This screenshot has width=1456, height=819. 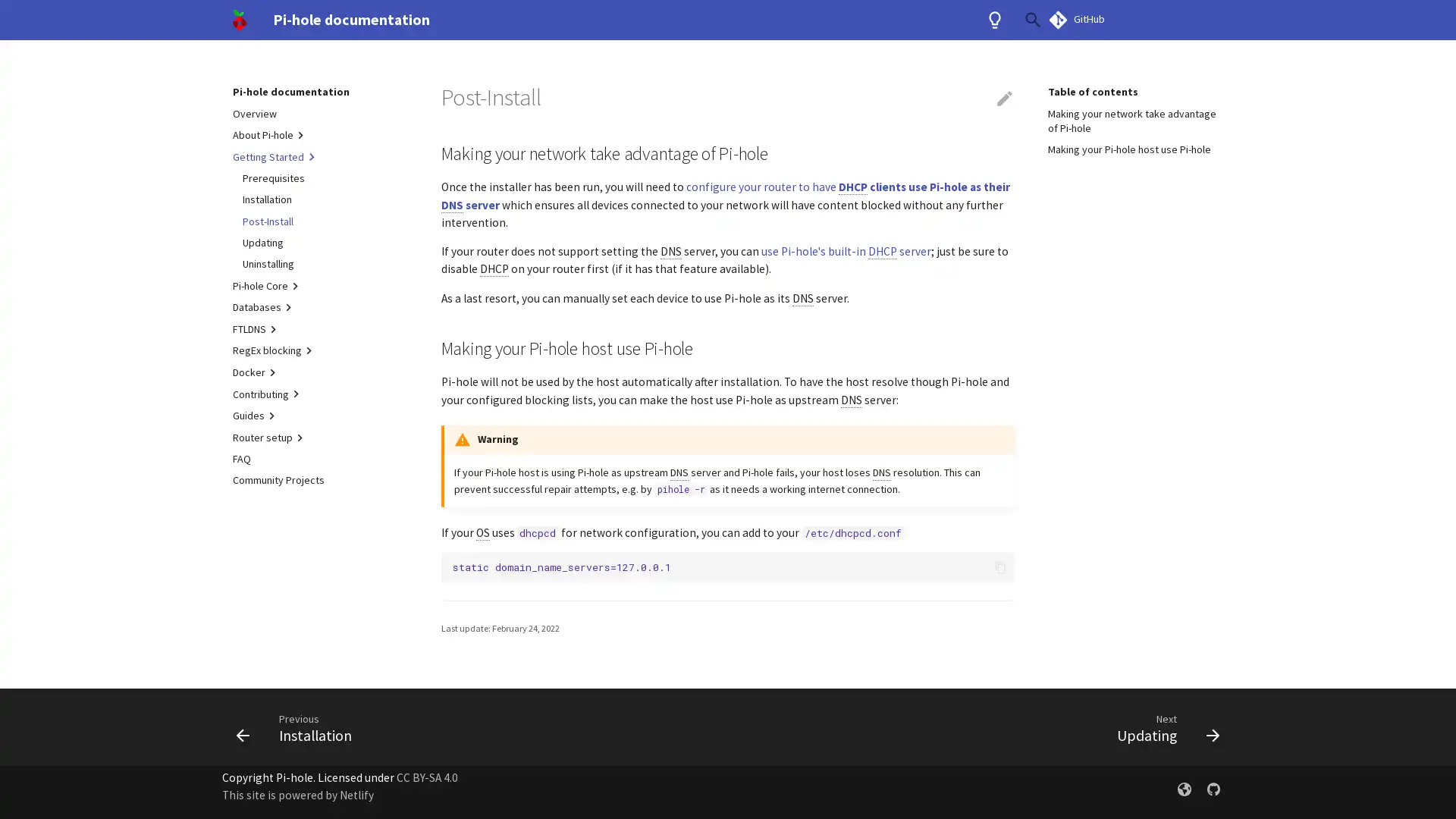 I want to click on Copy to clipboard, so click(x=999, y=567).